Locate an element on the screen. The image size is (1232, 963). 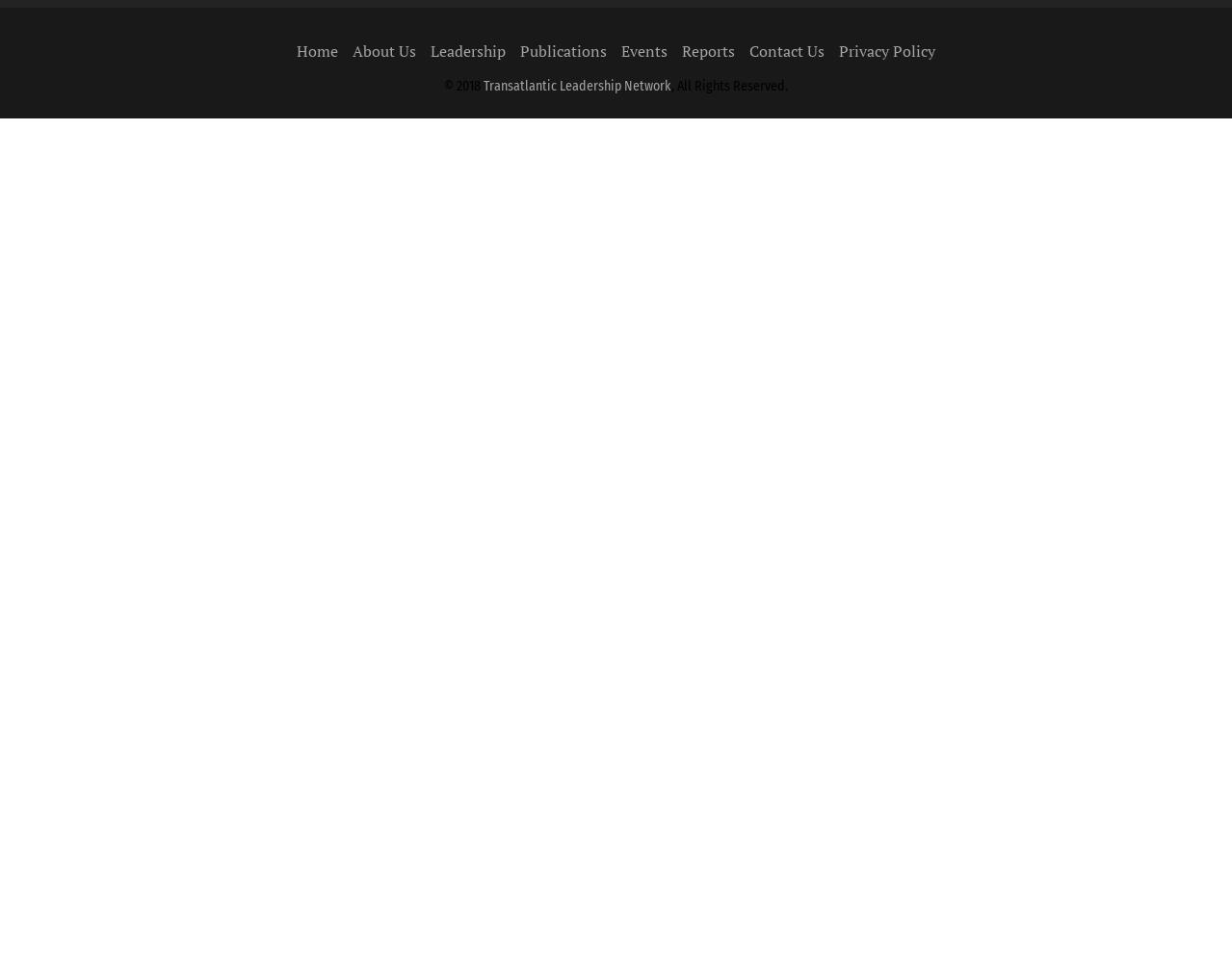
'About Us' is located at coordinates (383, 50).